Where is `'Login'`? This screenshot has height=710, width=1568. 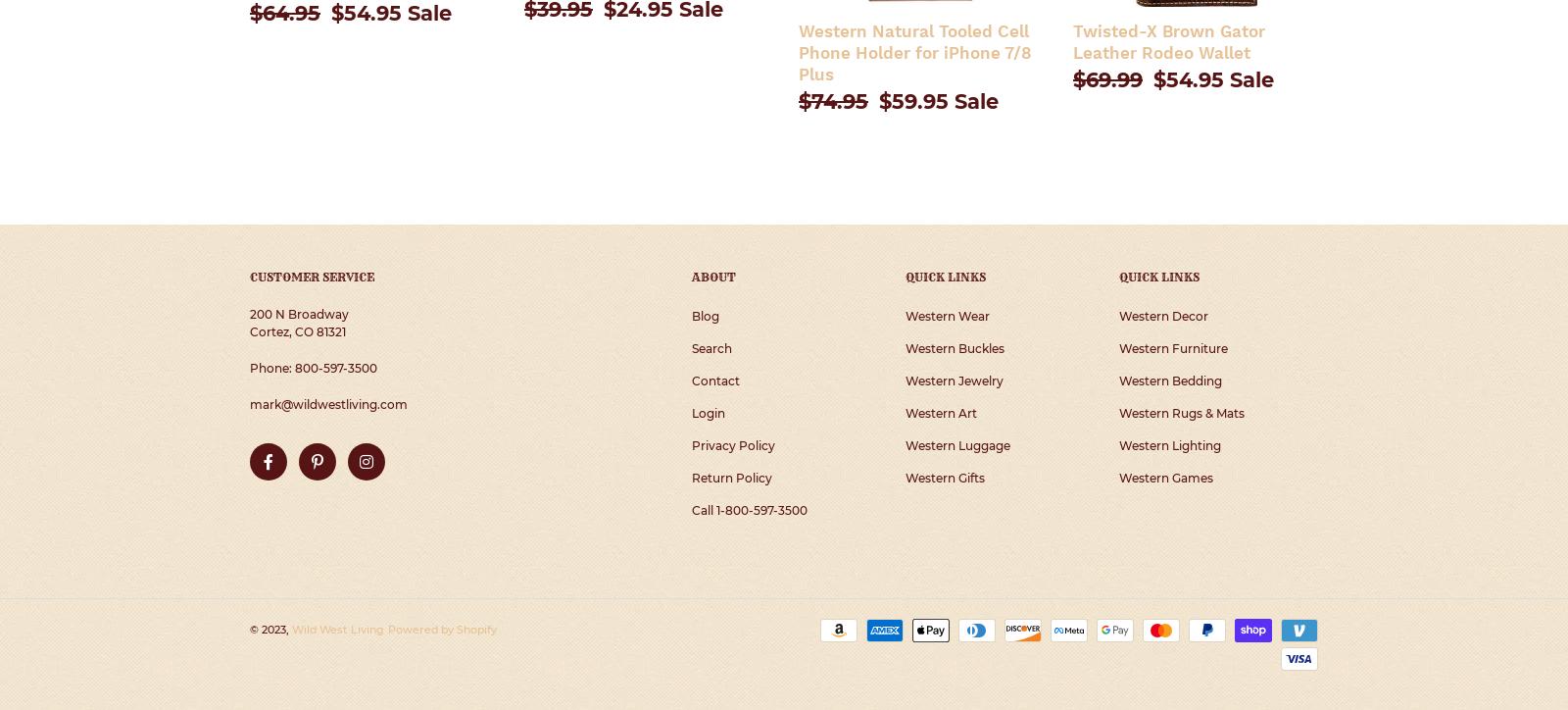 'Login' is located at coordinates (709, 412).